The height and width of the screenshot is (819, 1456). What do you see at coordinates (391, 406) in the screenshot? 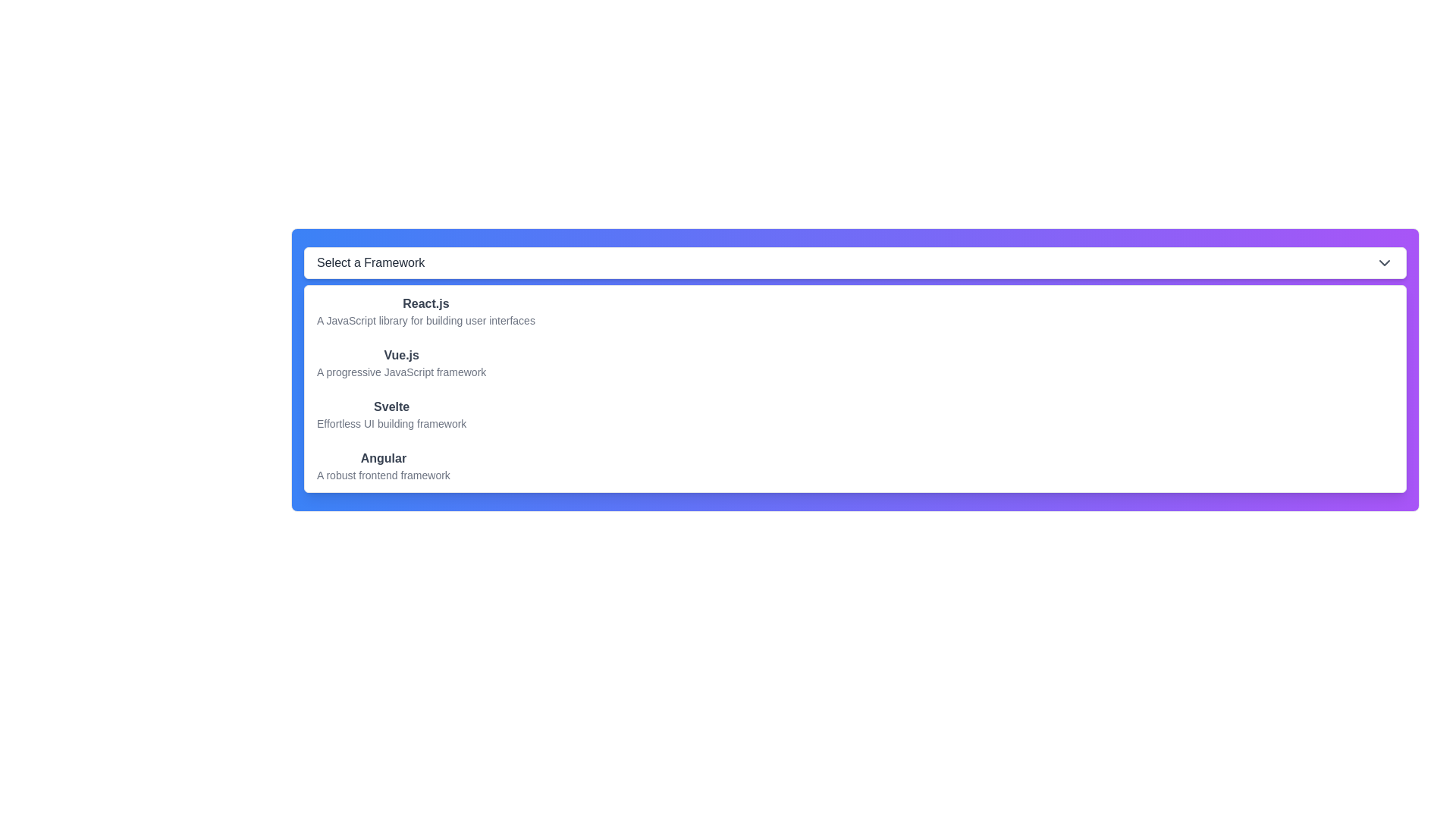
I see `the static text element labeled 'Svelte' in the dropdown menu, which is the bold title of the third item in the list` at bounding box center [391, 406].